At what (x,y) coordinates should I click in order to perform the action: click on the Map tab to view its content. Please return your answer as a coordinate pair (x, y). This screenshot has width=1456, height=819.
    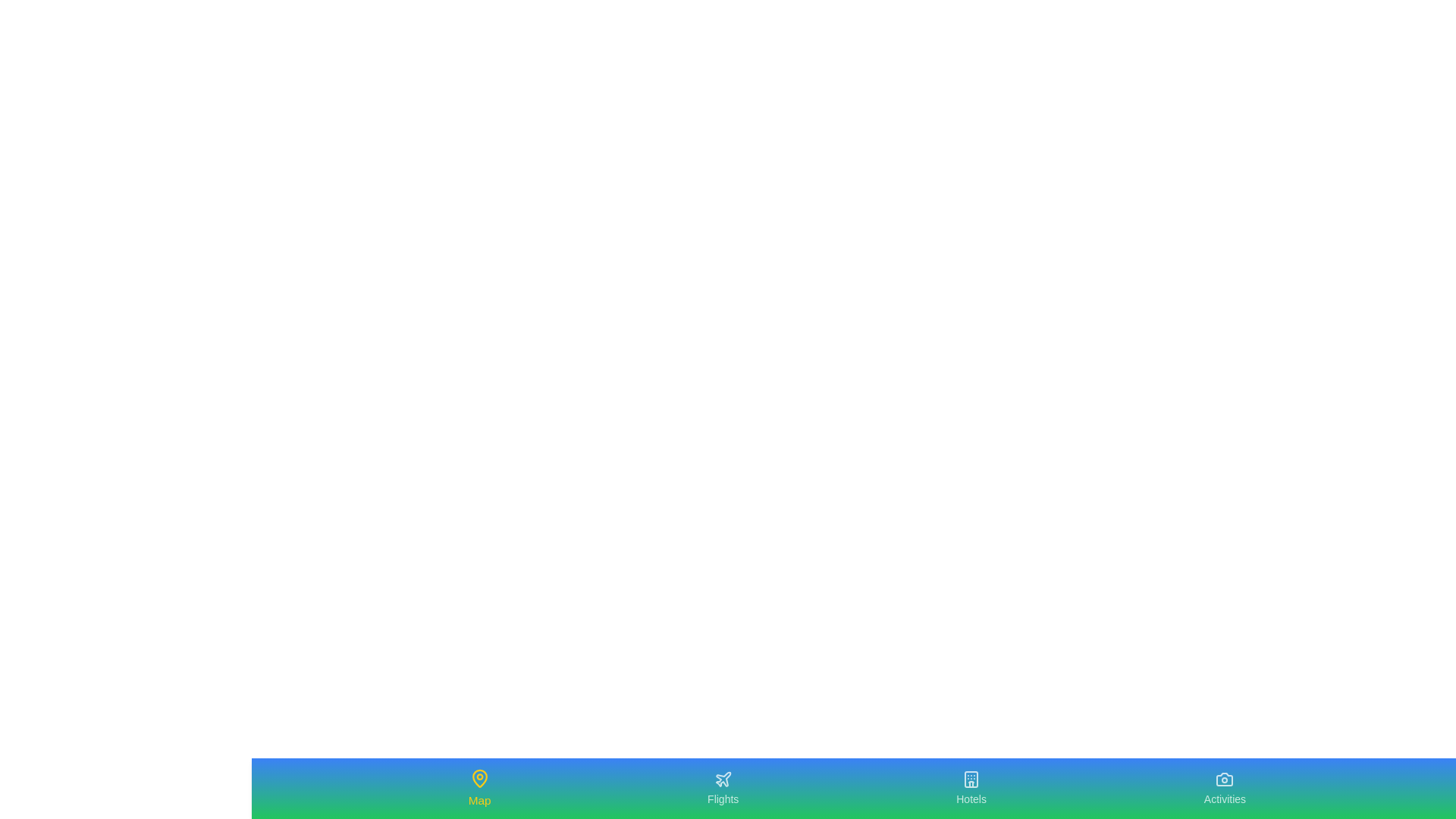
    Looking at the image, I should click on (479, 788).